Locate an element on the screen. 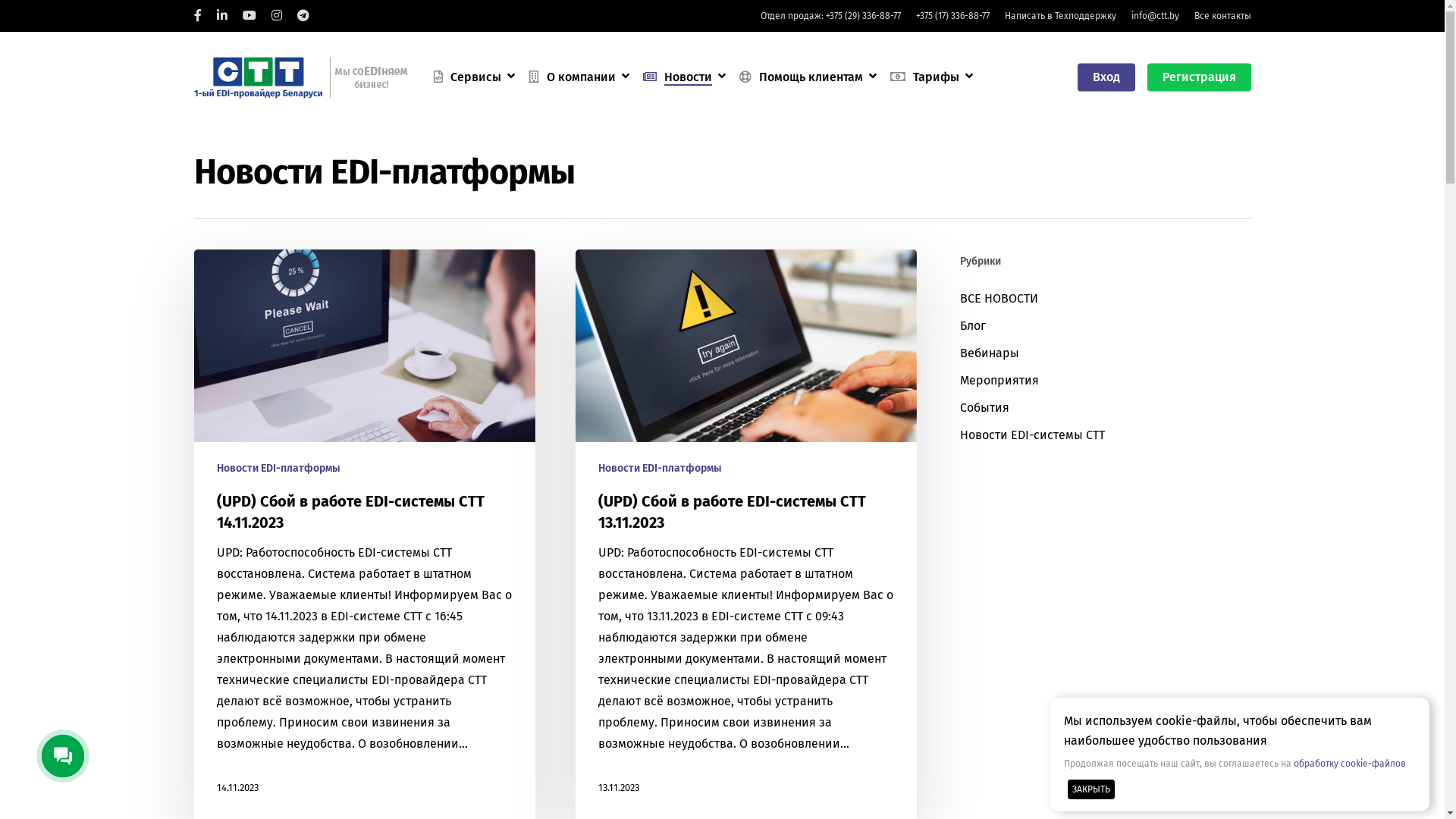 The image size is (1456, 819). 'linkedin' is located at coordinates (221, 15).